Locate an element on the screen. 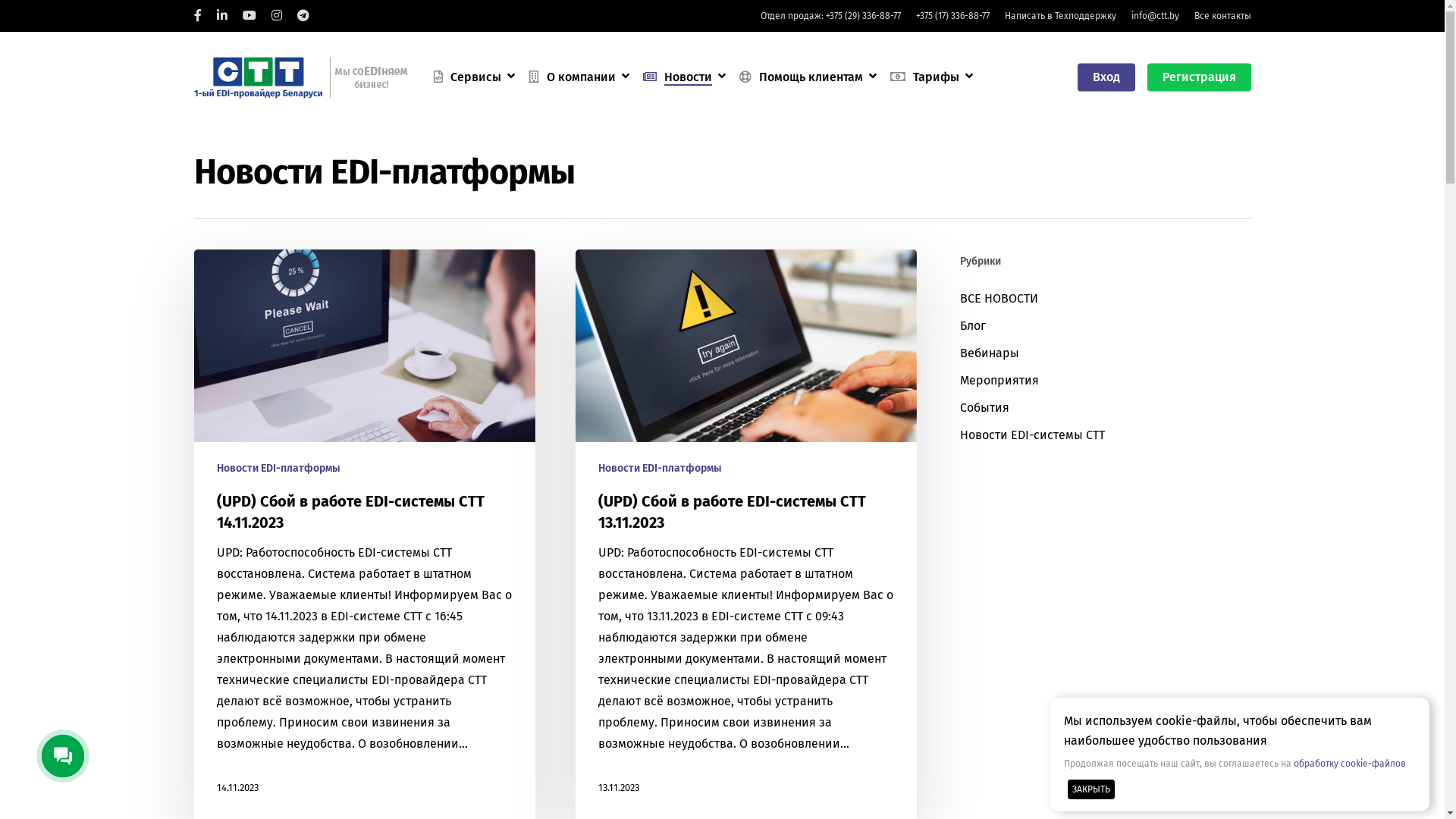 The image size is (1456, 819). 'linkedin' is located at coordinates (221, 15).